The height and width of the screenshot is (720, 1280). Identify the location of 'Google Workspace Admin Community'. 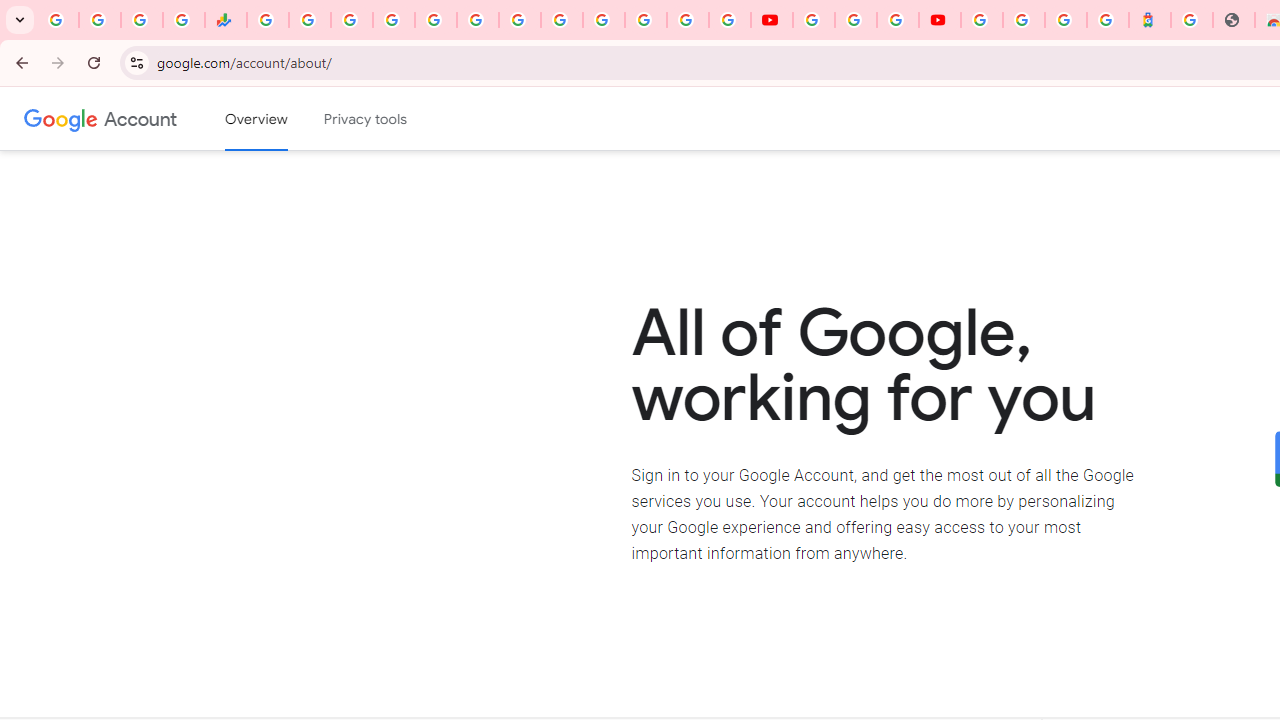
(58, 20).